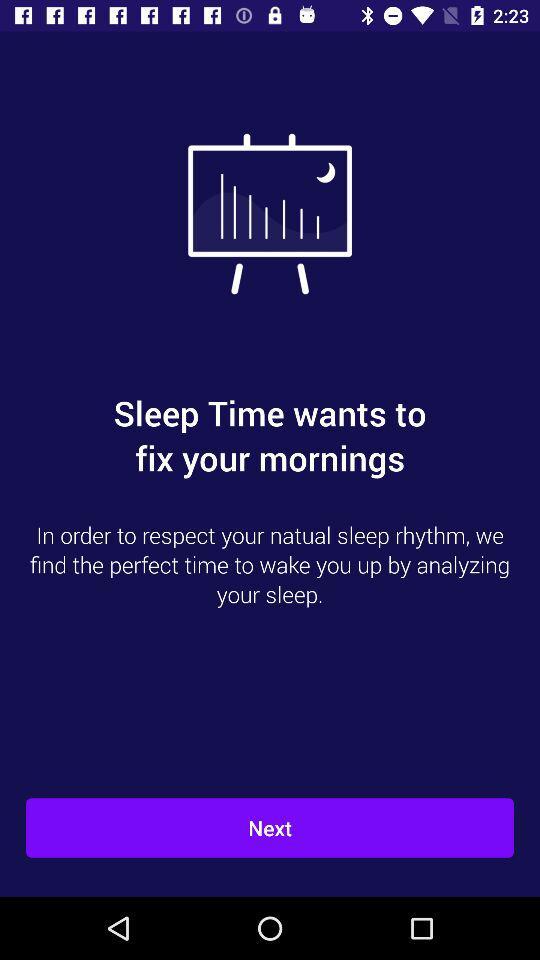 The width and height of the screenshot is (540, 960). Describe the element at coordinates (270, 828) in the screenshot. I see `the icon below in order to item` at that location.